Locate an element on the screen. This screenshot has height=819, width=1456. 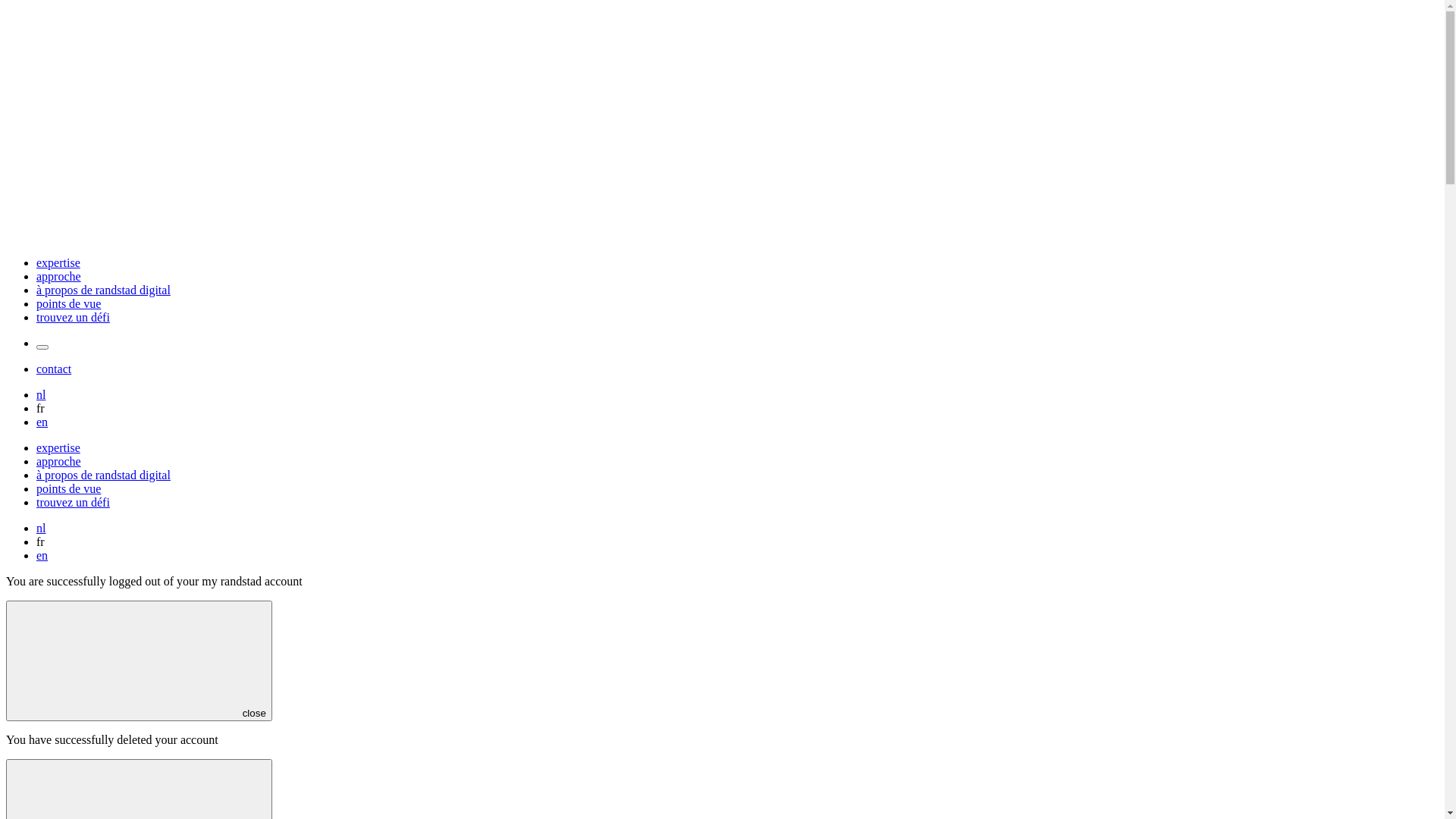
'en' is located at coordinates (42, 422).